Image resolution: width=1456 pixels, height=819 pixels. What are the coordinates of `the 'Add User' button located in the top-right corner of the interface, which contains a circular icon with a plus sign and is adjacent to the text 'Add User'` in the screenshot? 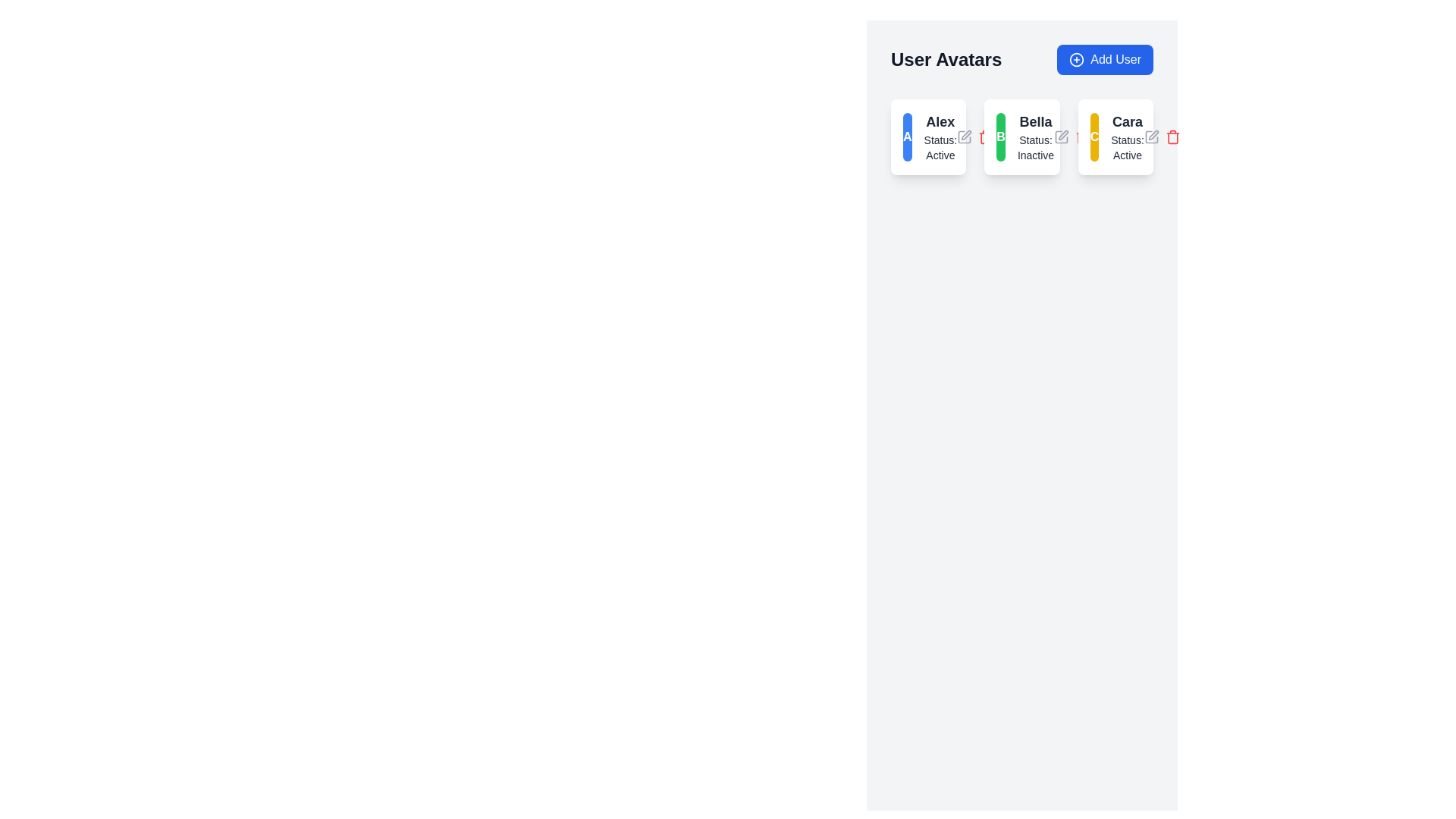 It's located at (1076, 58).